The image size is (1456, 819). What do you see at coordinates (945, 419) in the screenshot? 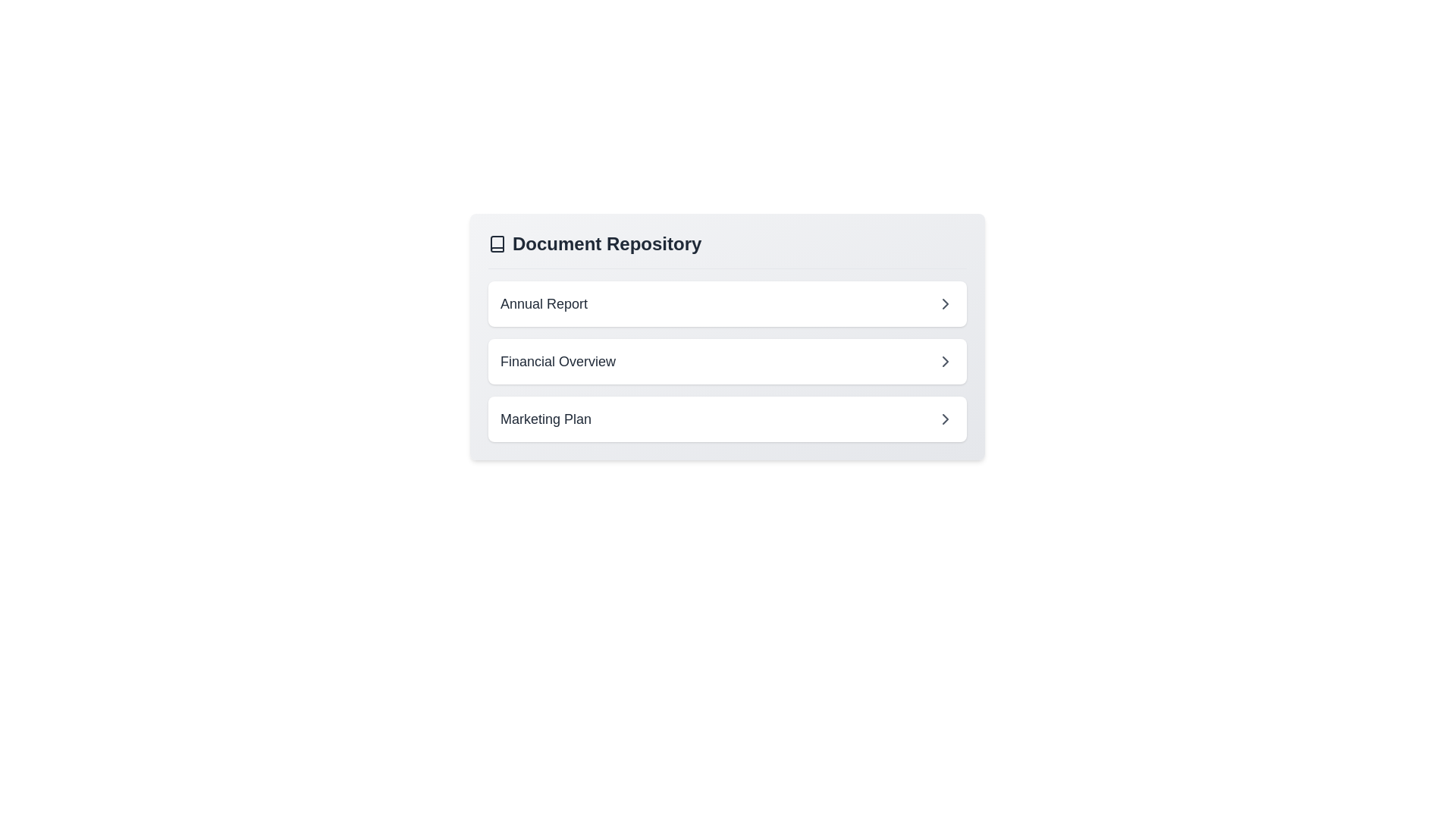
I see `the right-pointing chevron icon located at the far right of the 'Marketing Plan' row in the 'Document Repository' panel` at bounding box center [945, 419].